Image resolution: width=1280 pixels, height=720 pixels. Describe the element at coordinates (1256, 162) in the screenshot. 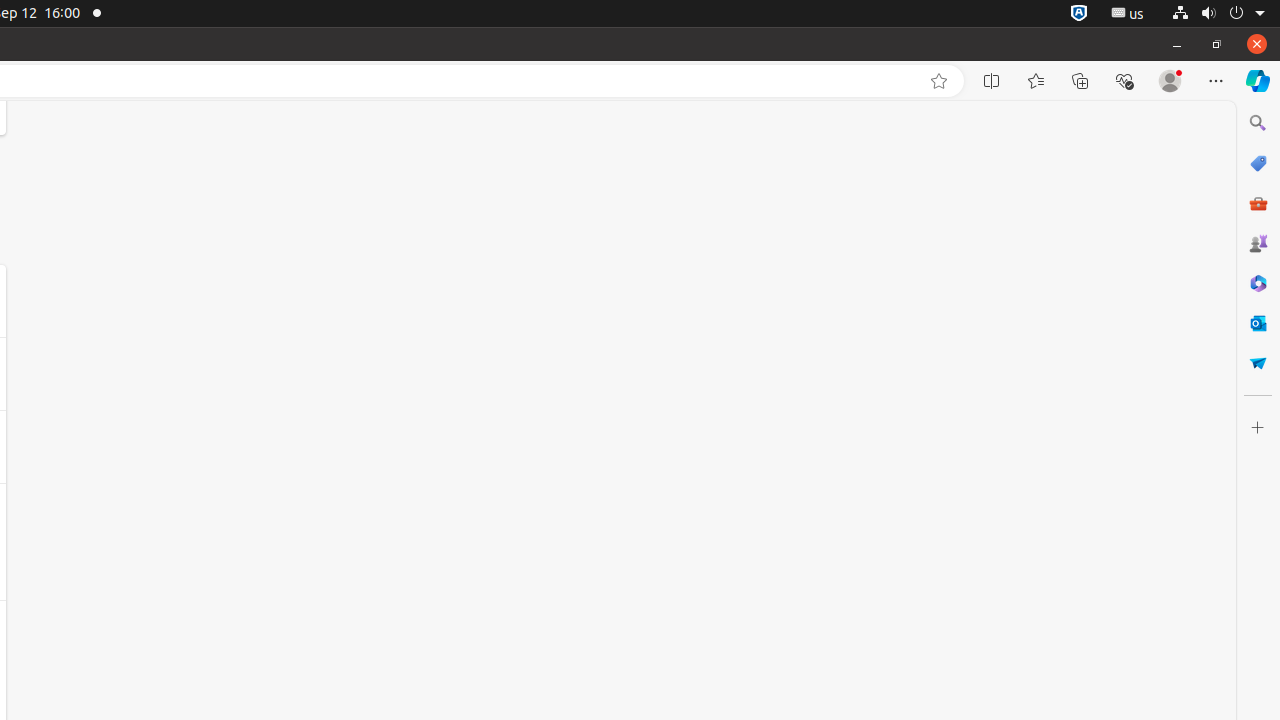

I see `'Microsoft Shopping'` at that location.